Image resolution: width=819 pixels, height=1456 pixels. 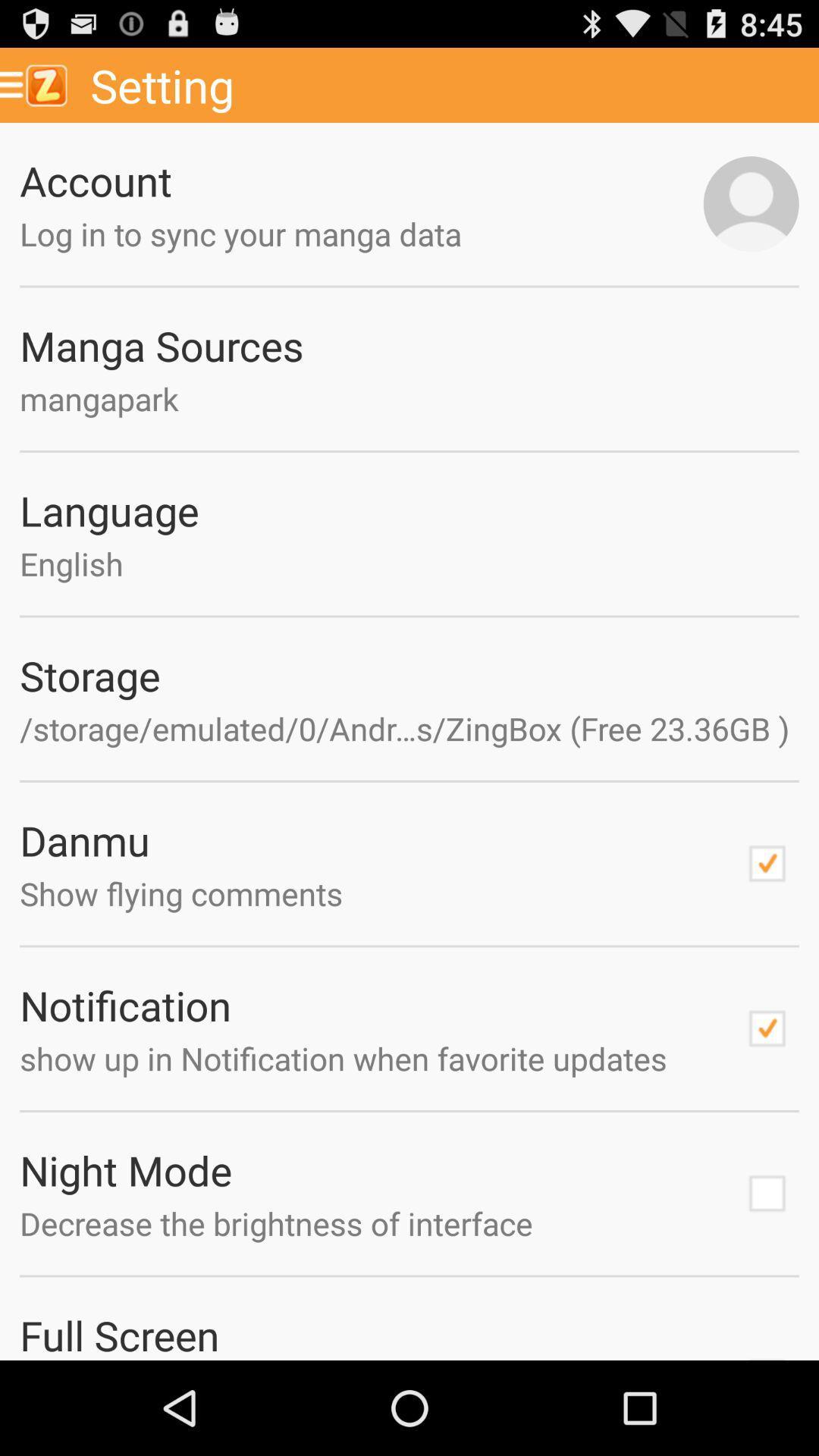 What do you see at coordinates (751, 218) in the screenshot?
I see `the avatar icon` at bounding box center [751, 218].